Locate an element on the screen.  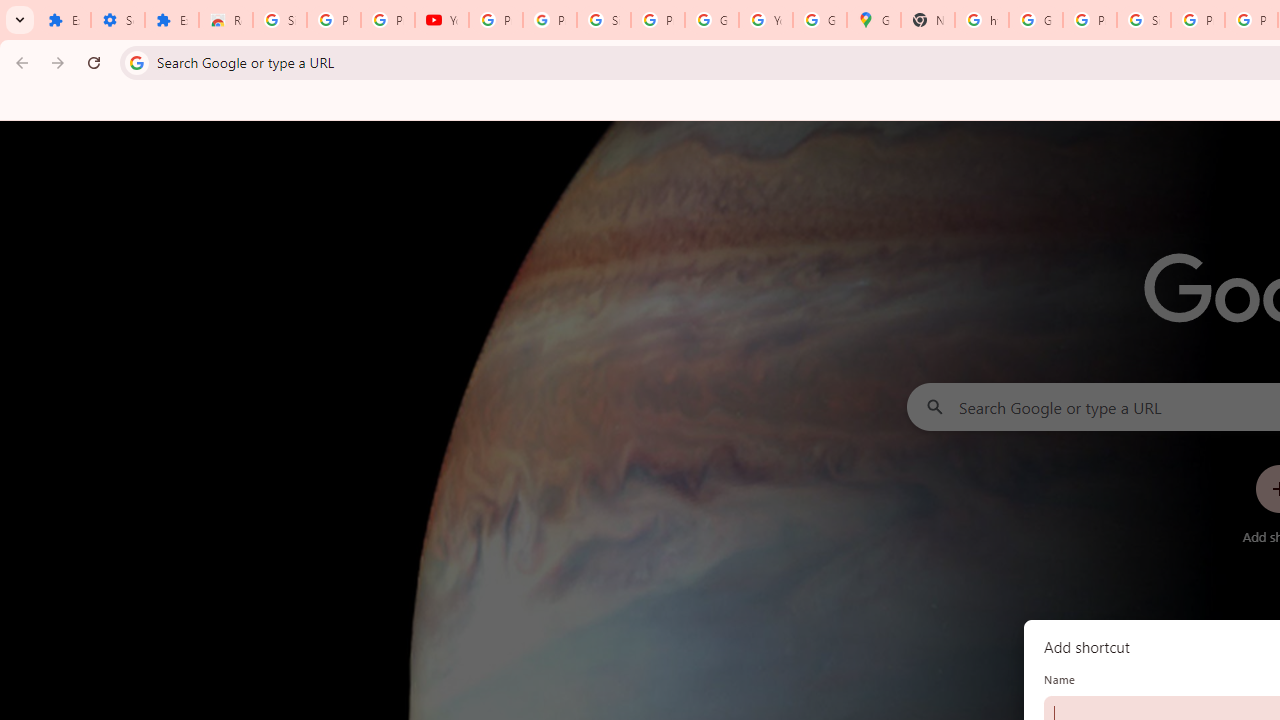
'New Tab' is located at coordinates (927, 20).